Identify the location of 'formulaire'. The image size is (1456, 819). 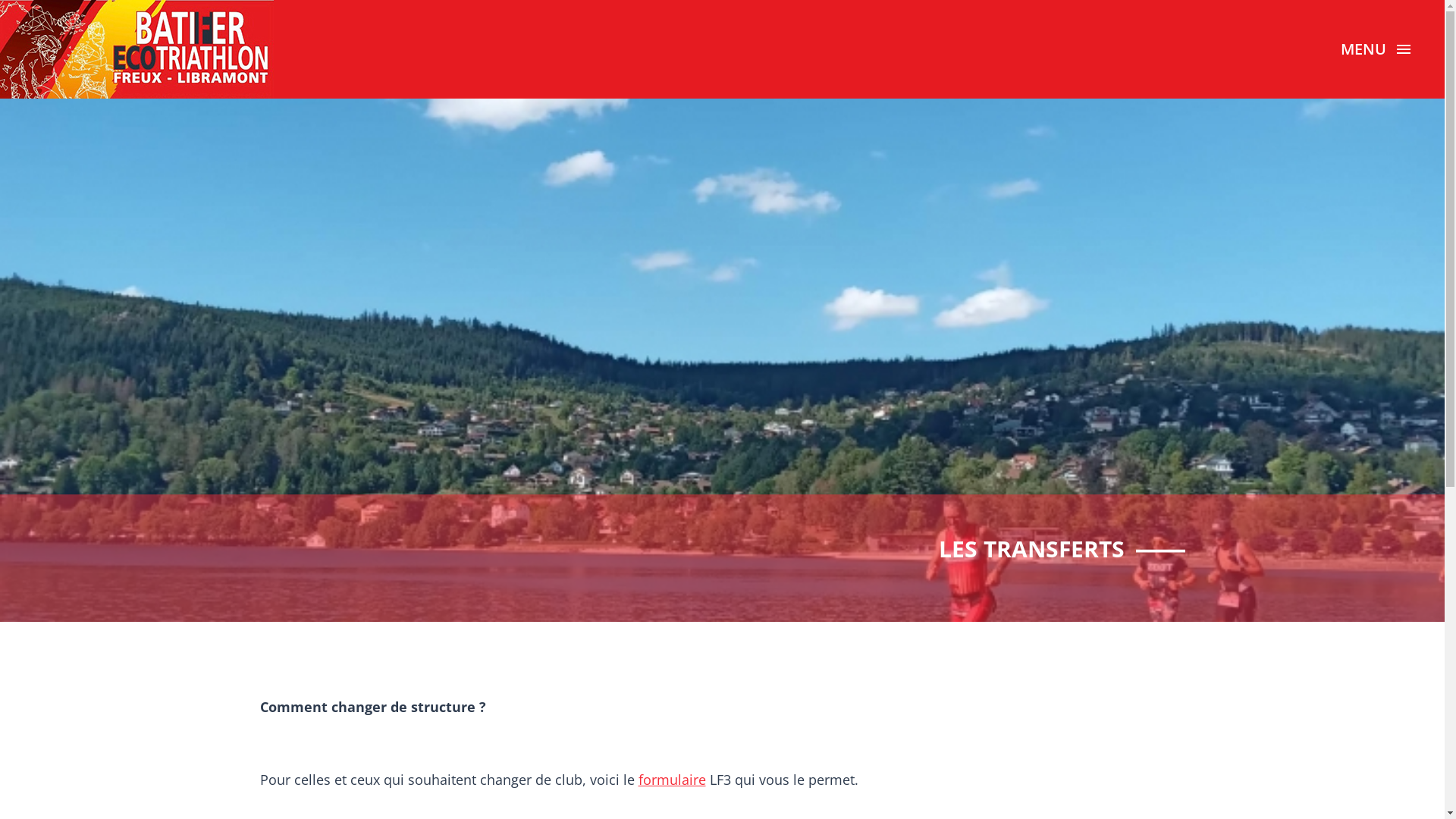
(638, 780).